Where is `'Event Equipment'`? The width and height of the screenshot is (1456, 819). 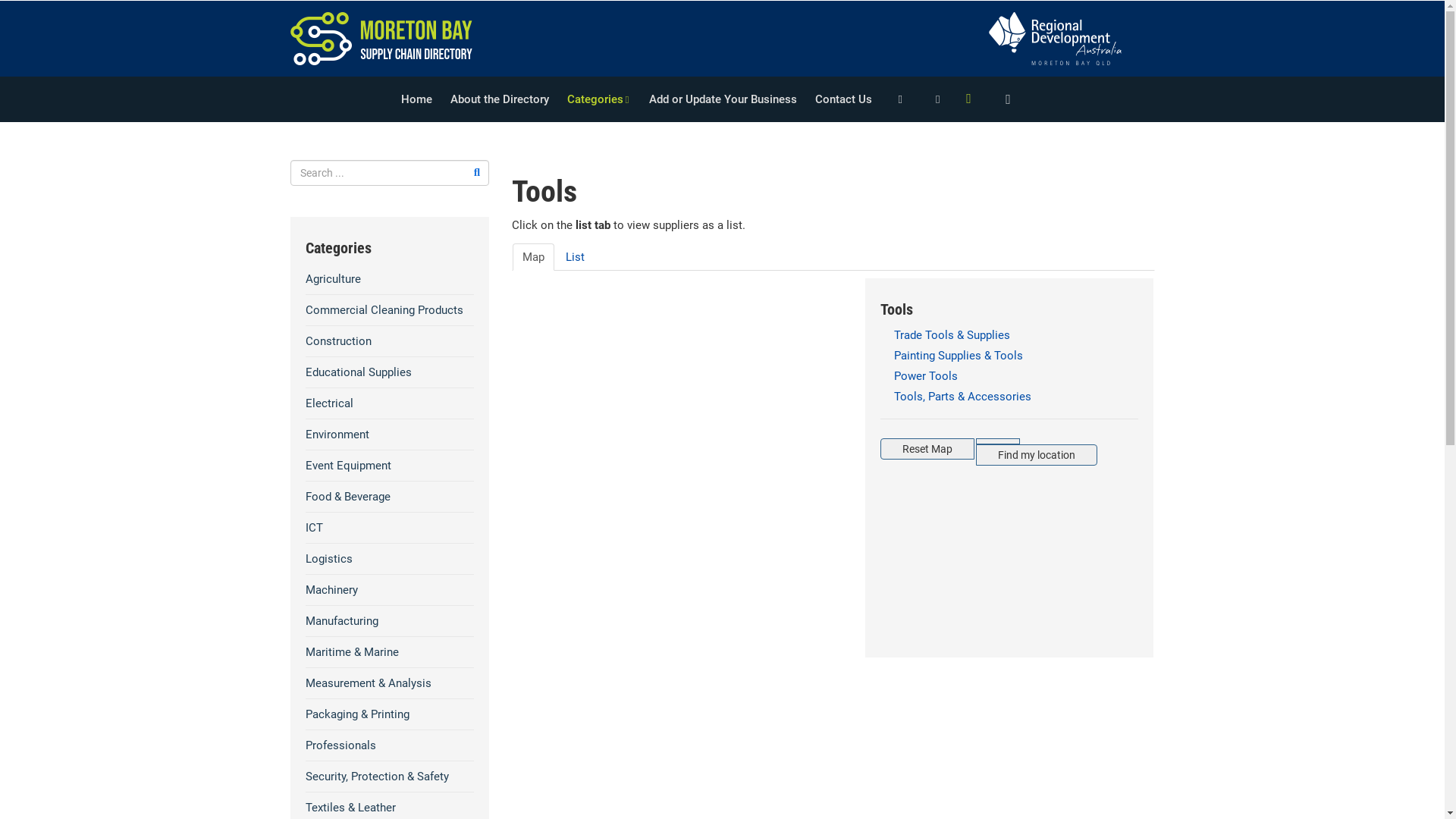
'Event Equipment' is located at coordinates (389, 464).